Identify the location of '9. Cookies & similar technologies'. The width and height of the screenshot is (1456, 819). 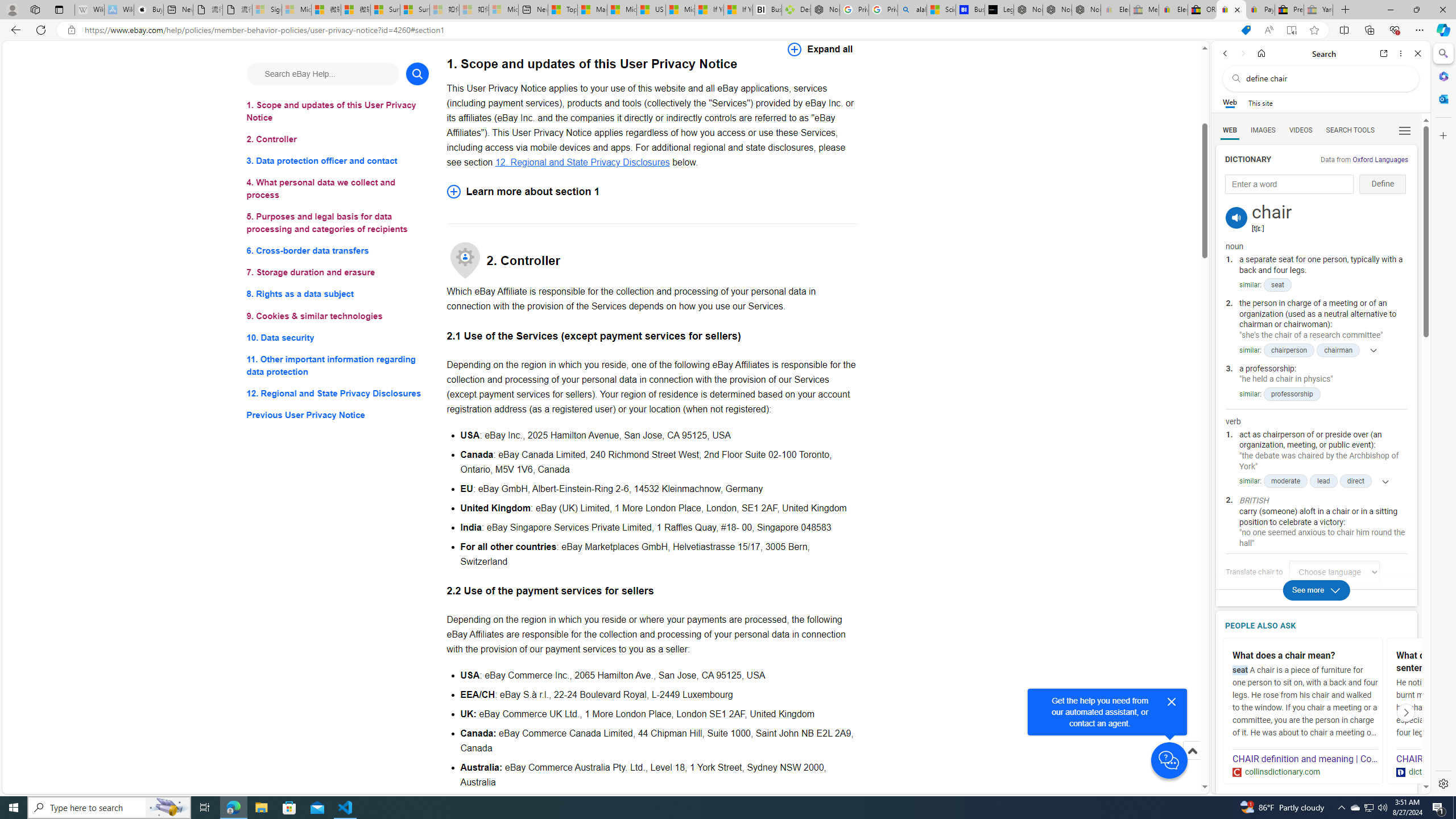
(337, 316).